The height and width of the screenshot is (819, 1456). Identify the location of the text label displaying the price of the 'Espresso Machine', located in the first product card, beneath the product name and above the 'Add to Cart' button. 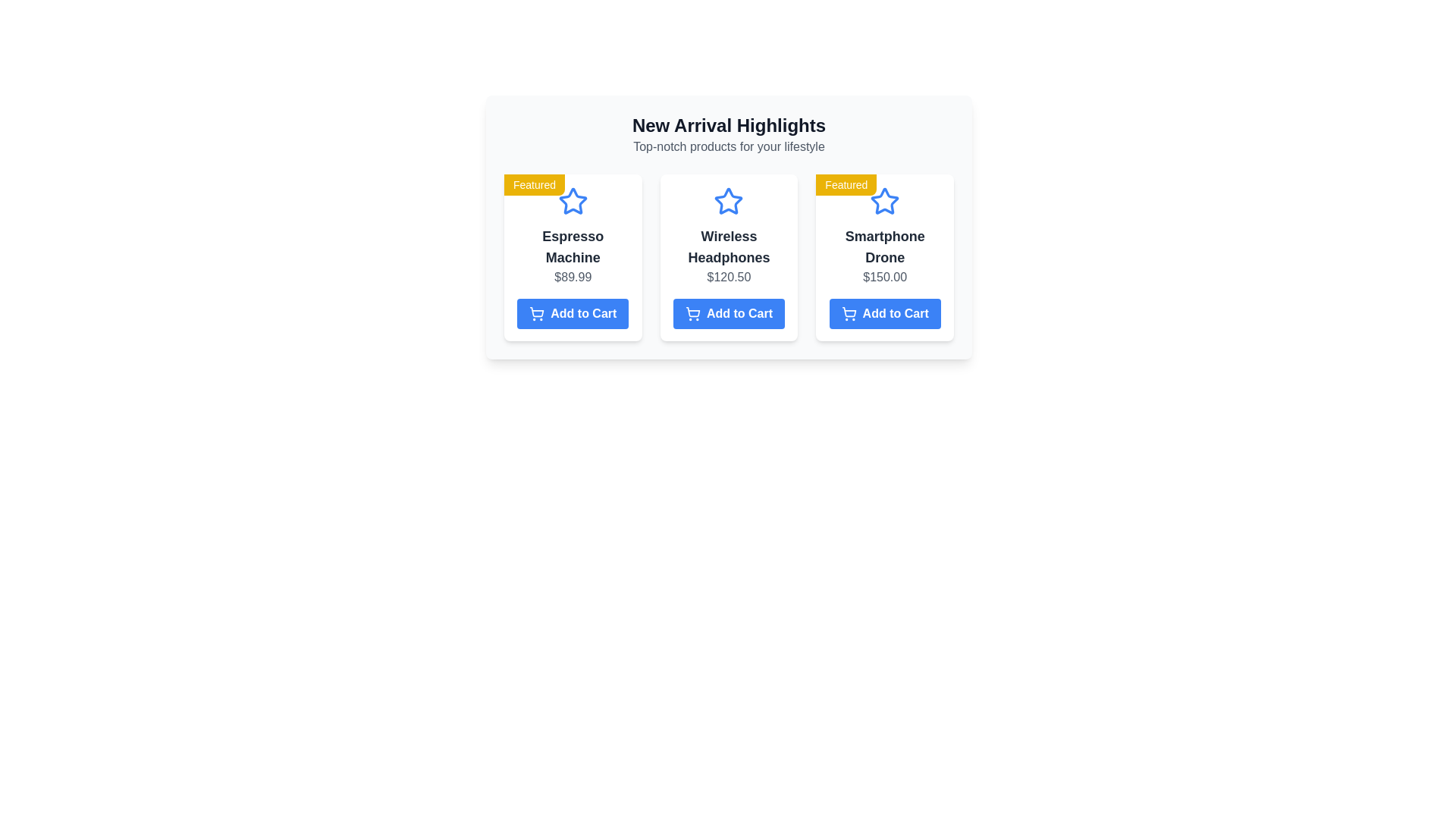
(572, 278).